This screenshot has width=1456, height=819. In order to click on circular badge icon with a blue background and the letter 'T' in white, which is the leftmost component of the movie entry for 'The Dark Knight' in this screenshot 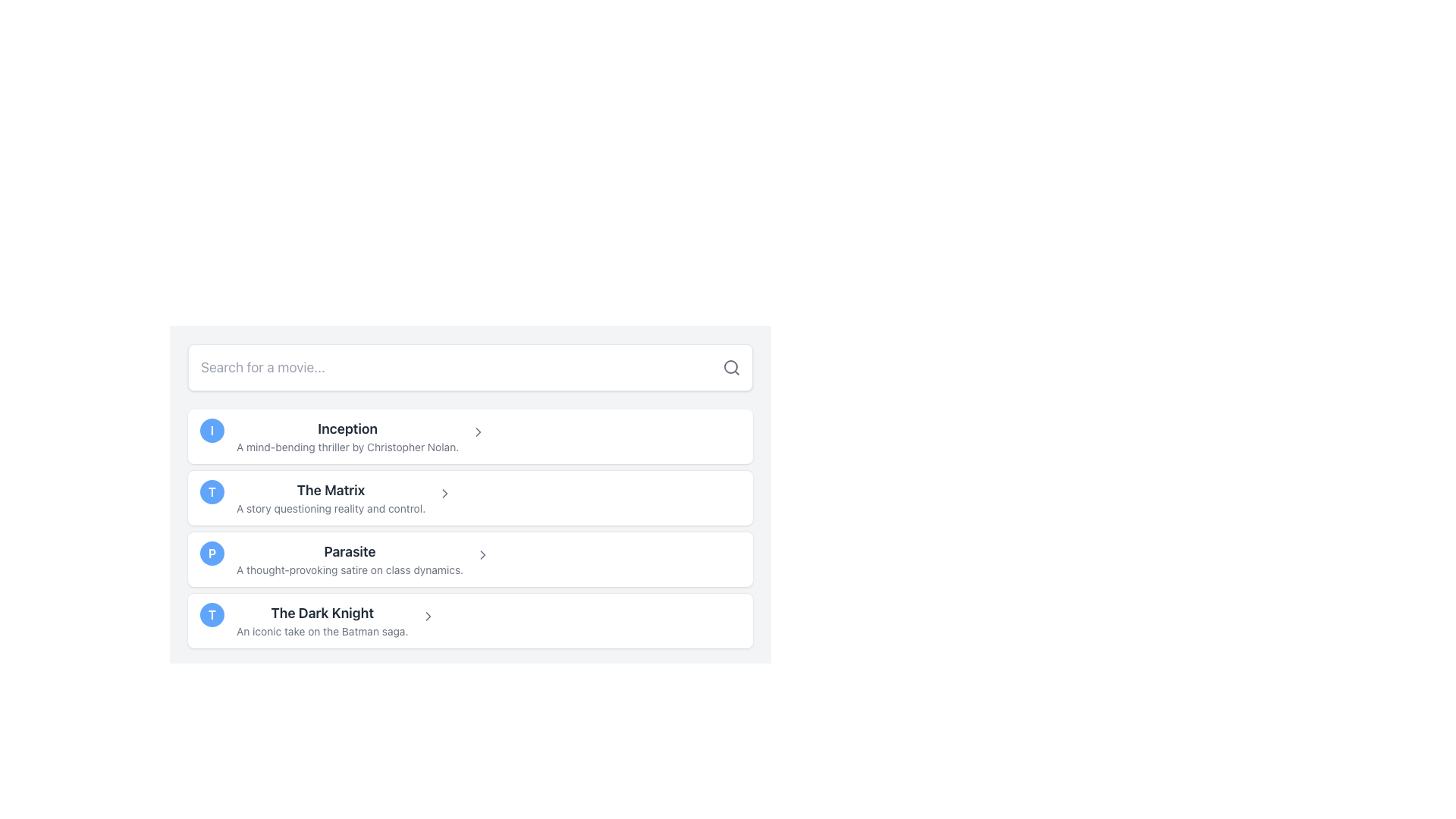, I will do `click(211, 614)`.